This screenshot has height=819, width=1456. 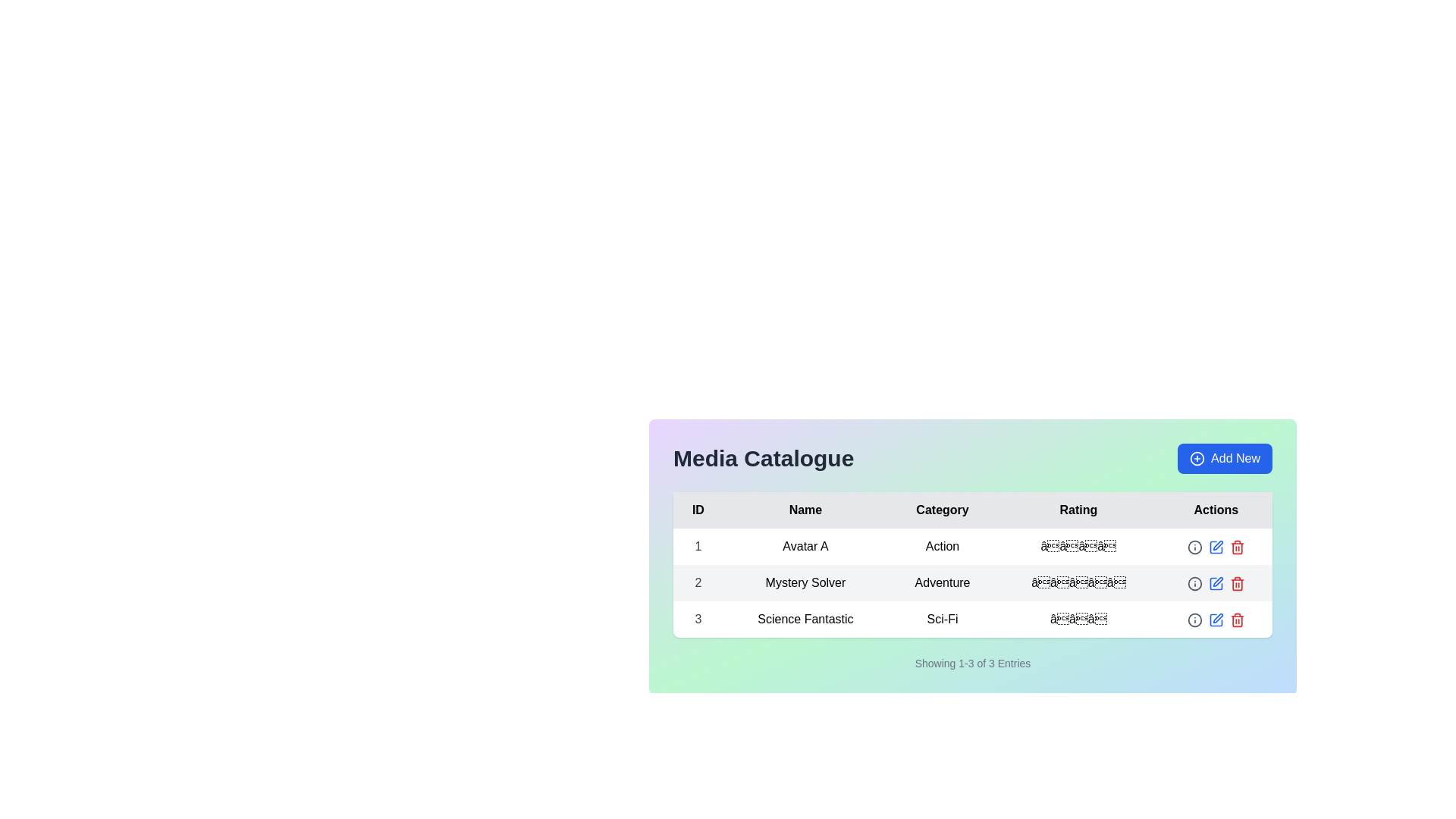 What do you see at coordinates (1216, 547) in the screenshot?
I see `the pen icon button located in the actions section of the second row in the 'Media Catalogue' interface` at bounding box center [1216, 547].